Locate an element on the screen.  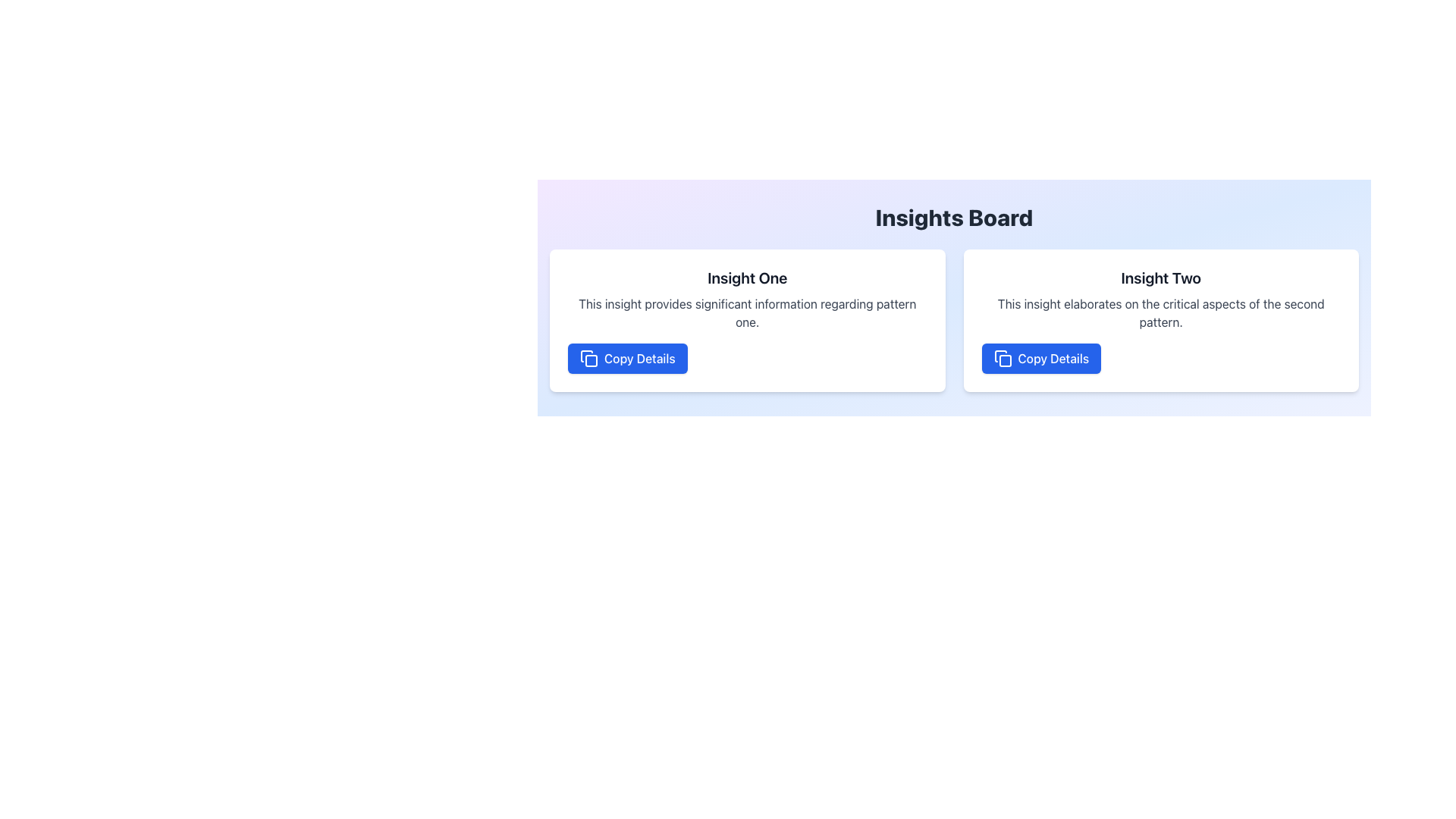
title 'Insight Two' and the descriptive paragraph of the card component located in the top-right corner of the grid is located at coordinates (1160, 320).